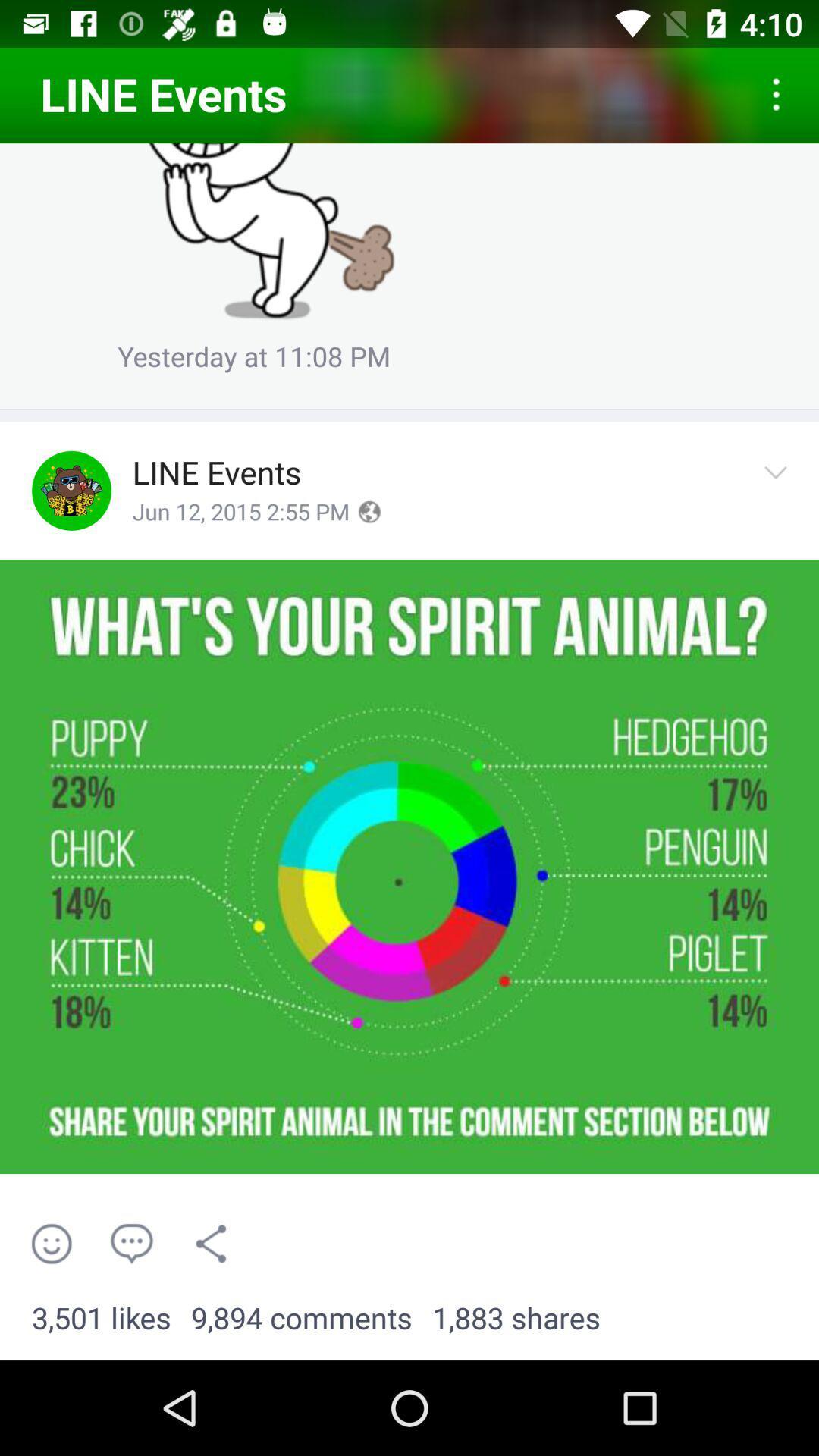 The width and height of the screenshot is (819, 1456). Describe the element at coordinates (301, 1318) in the screenshot. I see `9,894 comments app` at that location.